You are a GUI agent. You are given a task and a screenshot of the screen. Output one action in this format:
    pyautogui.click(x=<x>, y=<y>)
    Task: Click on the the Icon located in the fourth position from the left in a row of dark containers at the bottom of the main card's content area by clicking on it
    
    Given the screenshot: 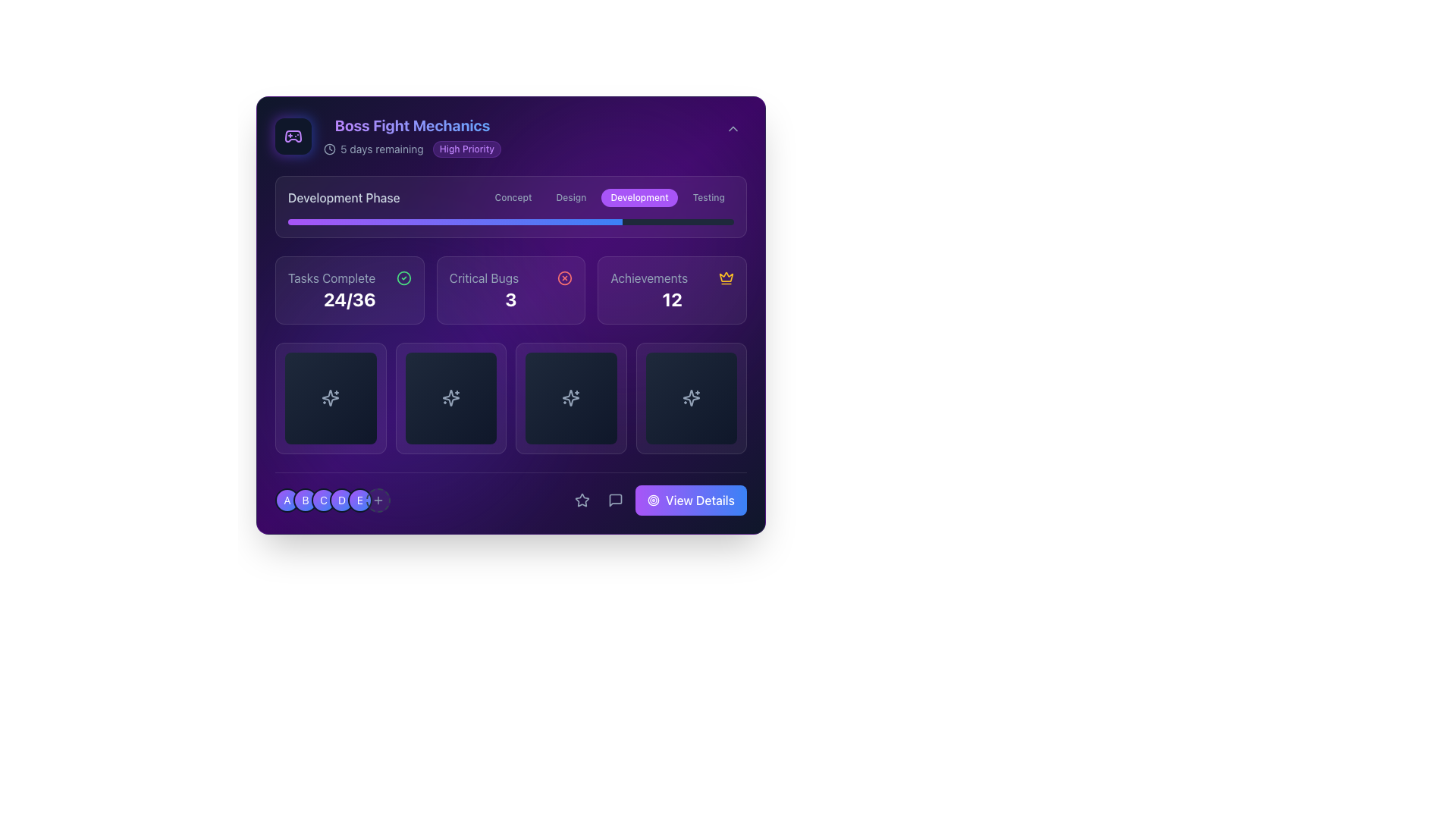 What is the action you would take?
    pyautogui.click(x=690, y=397)
    